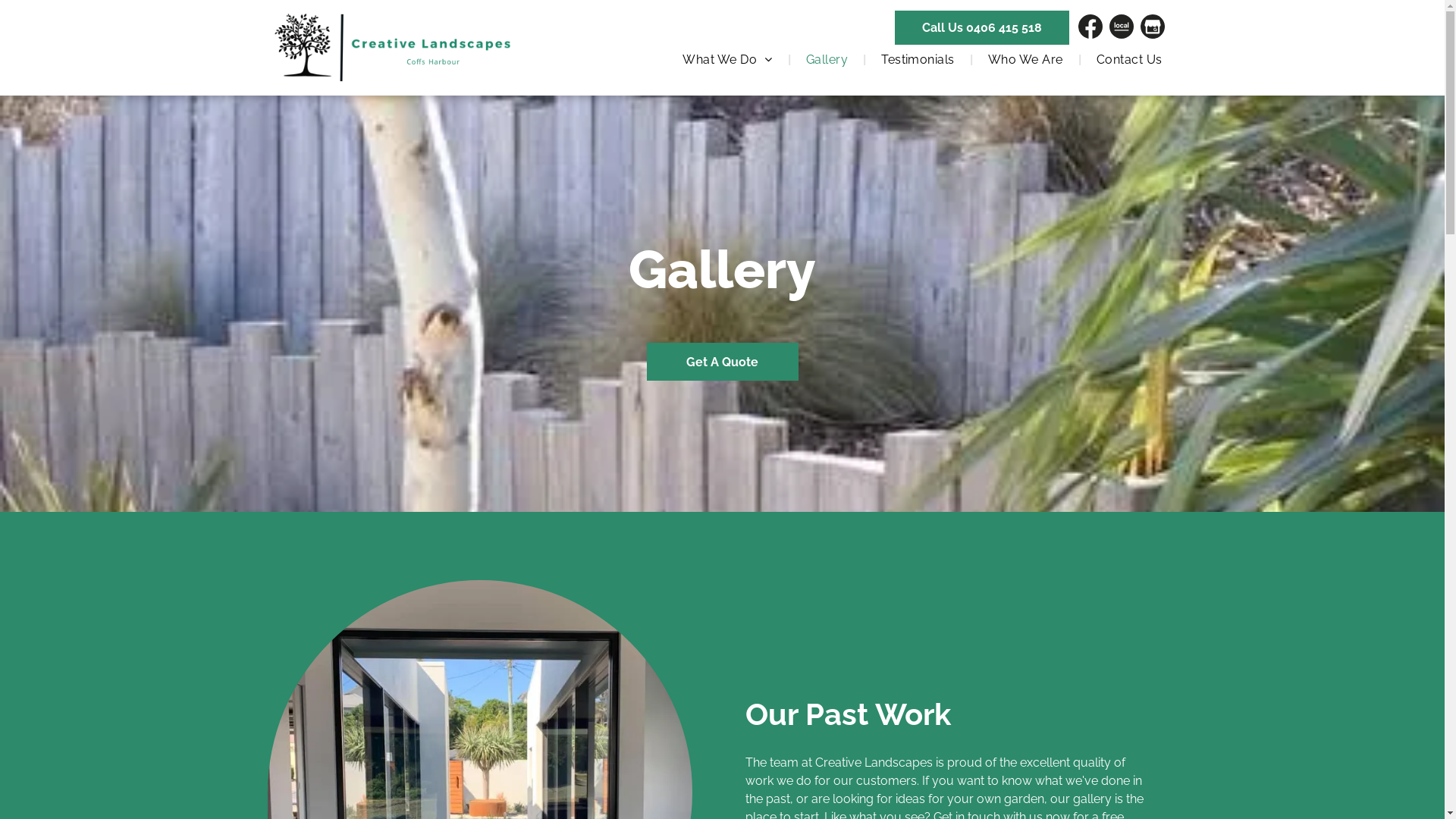 The height and width of the screenshot is (819, 1456). What do you see at coordinates (1129, 58) in the screenshot?
I see `'Contact Us'` at bounding box center [1129, 58].